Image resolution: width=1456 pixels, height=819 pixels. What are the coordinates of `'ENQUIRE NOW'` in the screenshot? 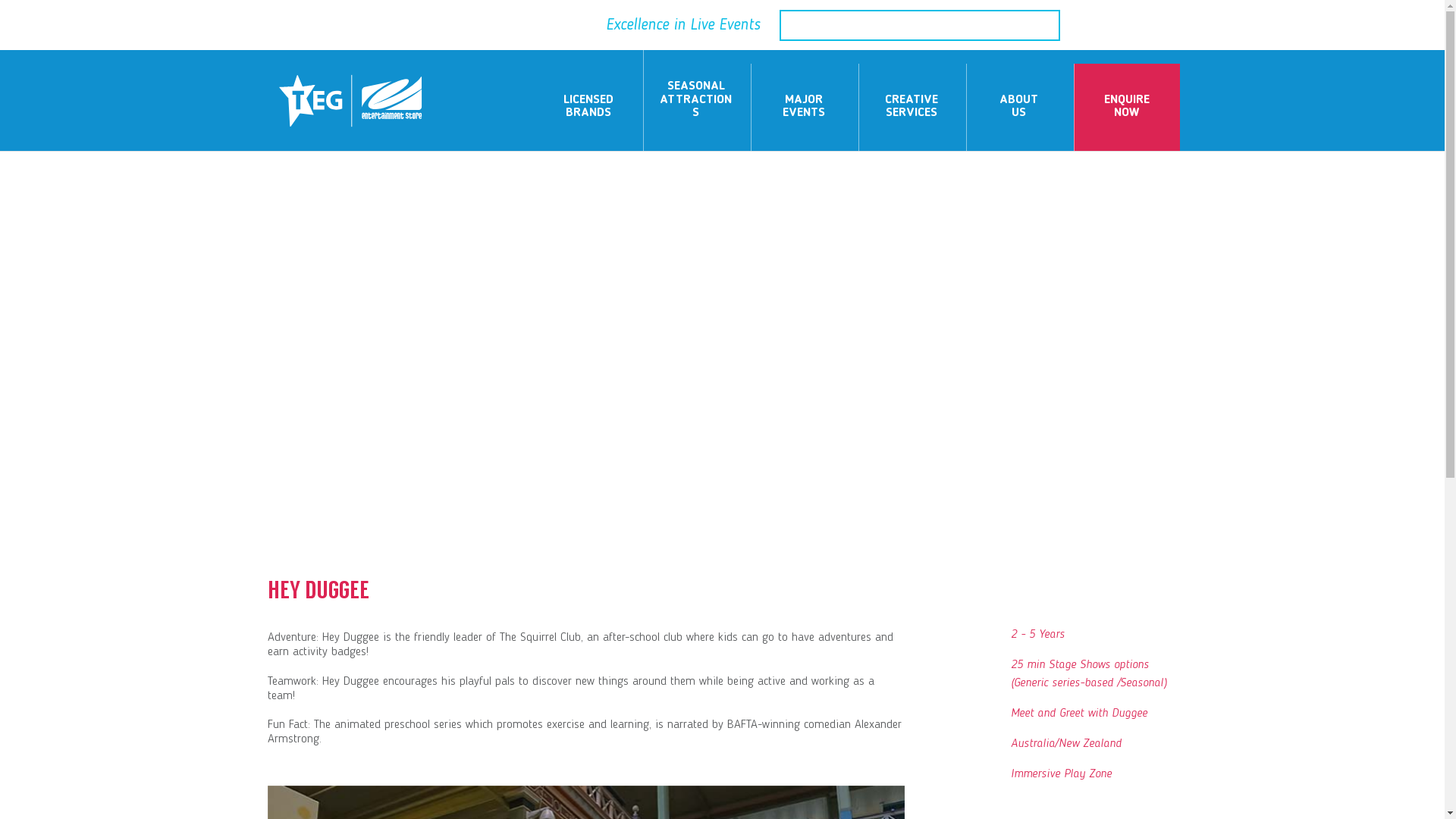 It's located at (1127, 106).